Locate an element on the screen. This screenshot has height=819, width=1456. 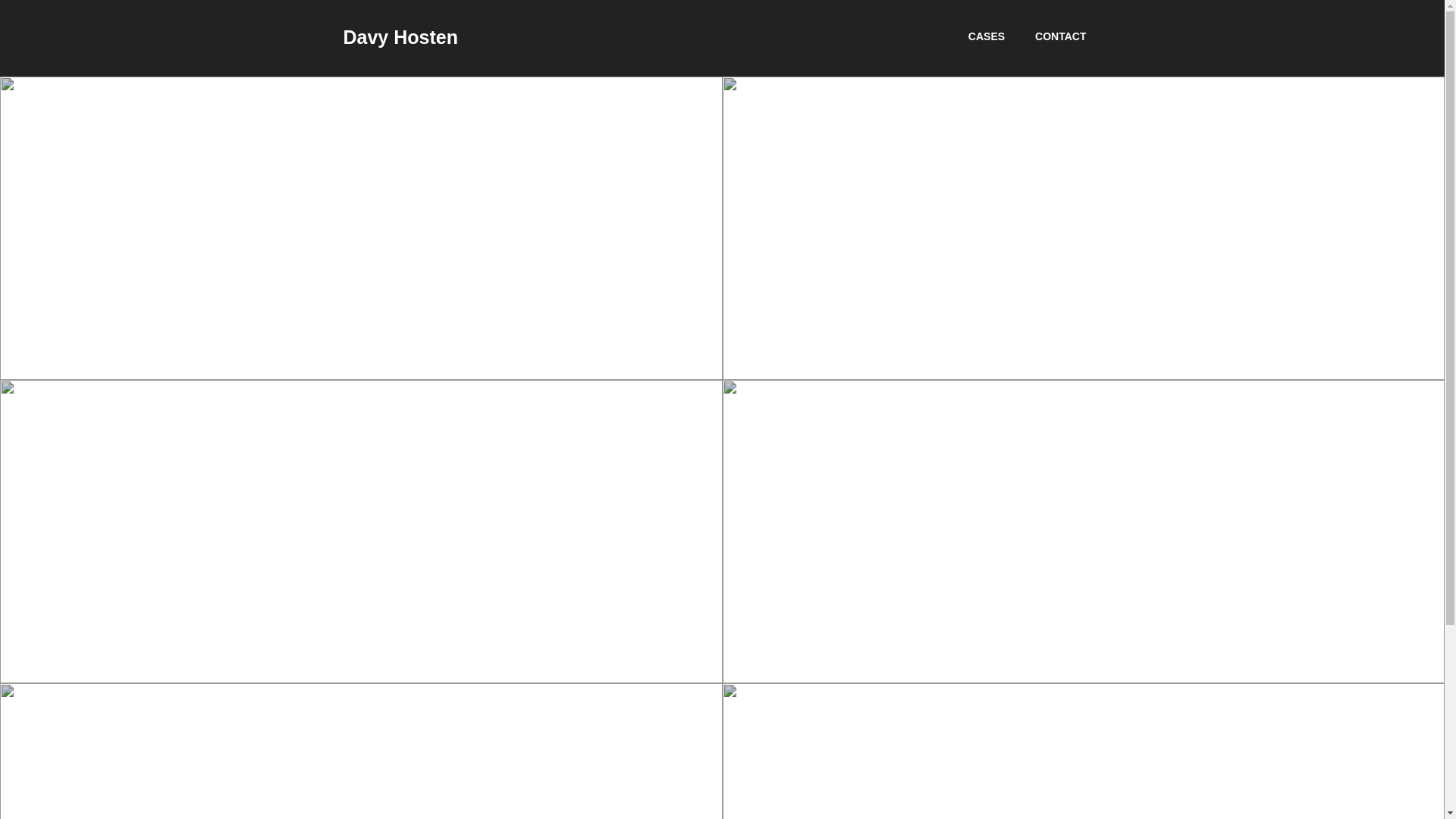
'Davy Hosten' is located at coordinates (400, 36).